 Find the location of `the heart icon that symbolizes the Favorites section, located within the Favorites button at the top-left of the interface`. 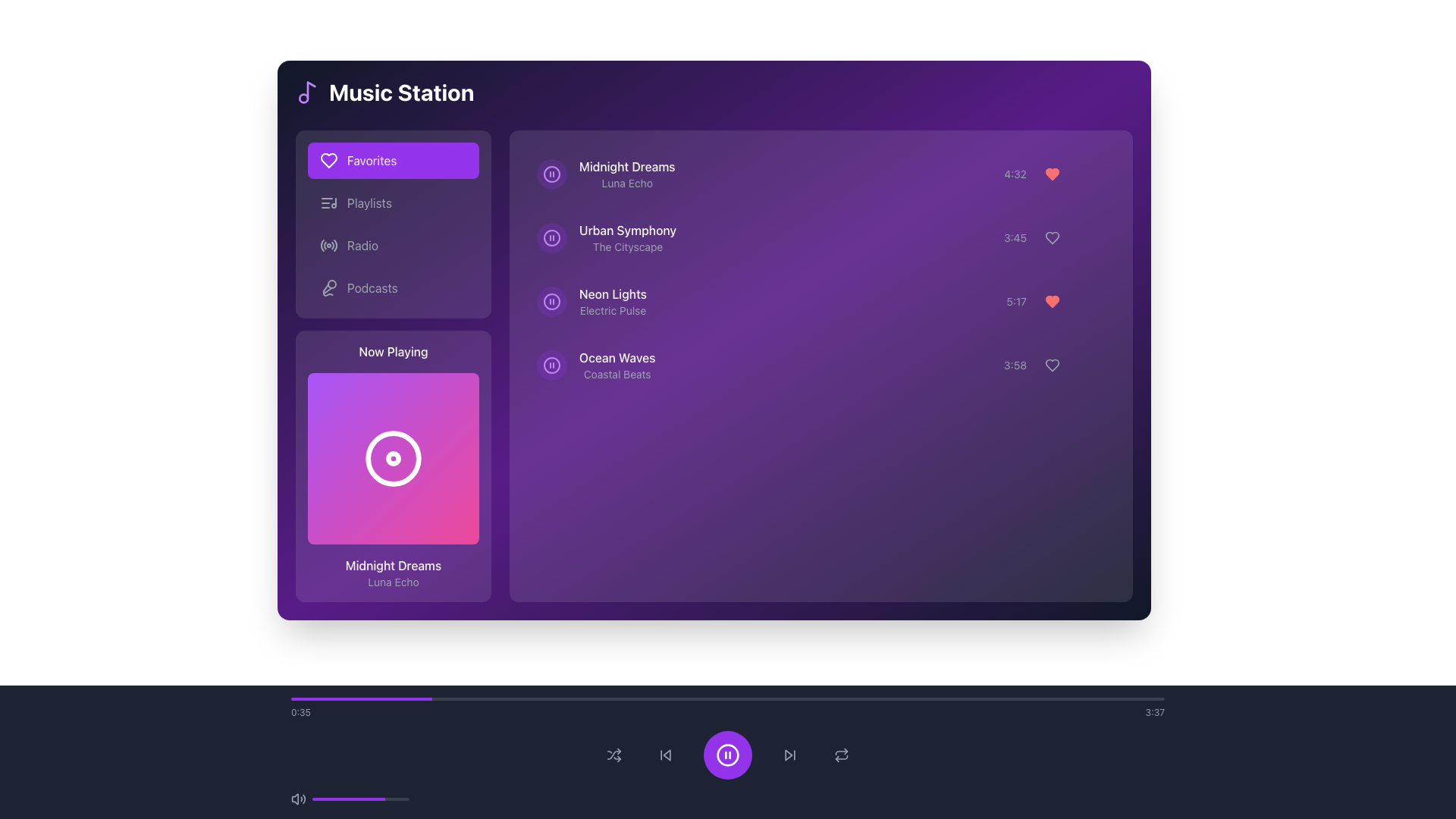

the heart icon that symbolizes the Favorites section, located within the Favorites button at the top-left of the interface is located at coordinates (328, 161).